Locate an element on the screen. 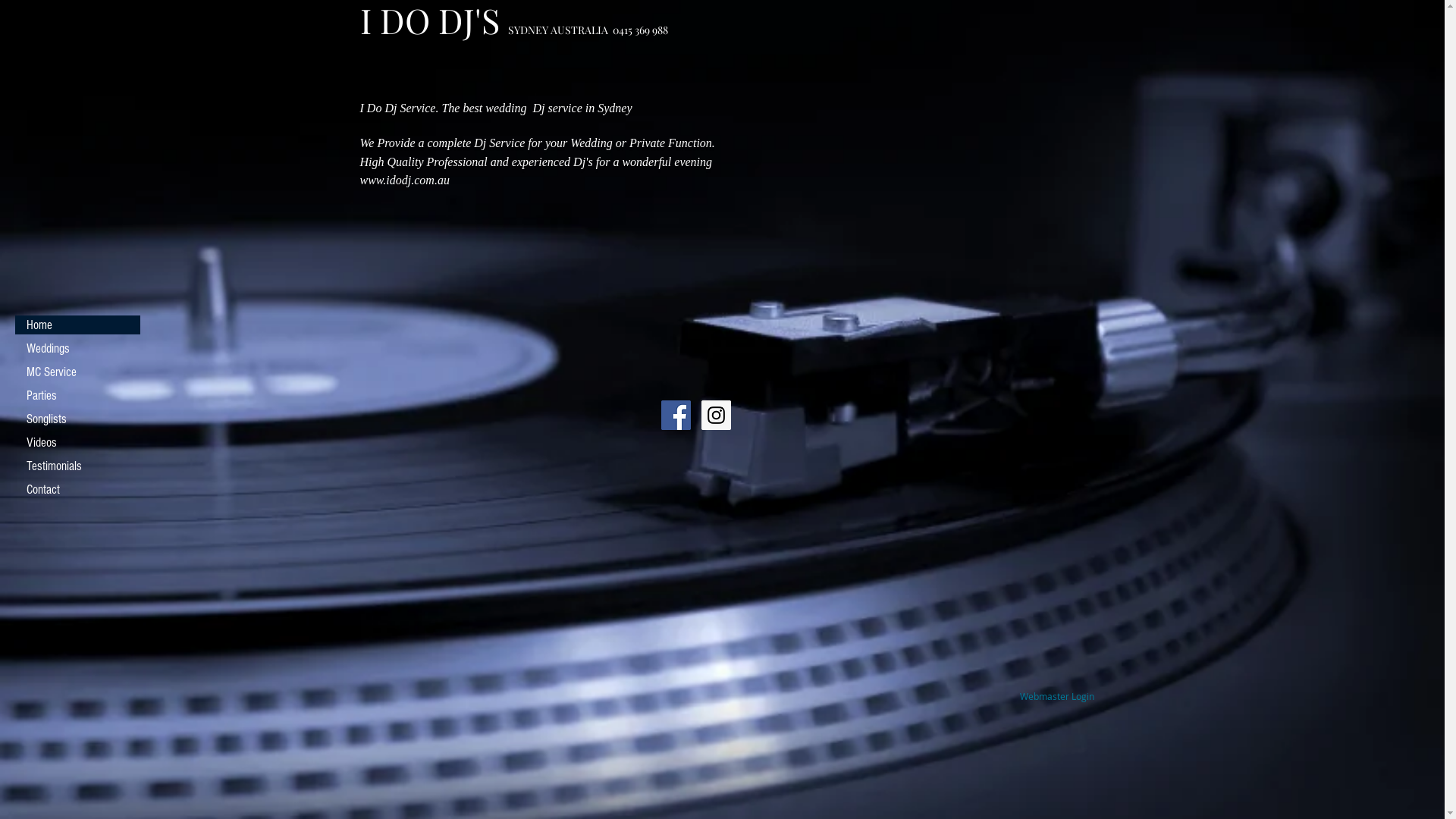  'Webmaster Login' is located at coordinates (1056, 696).